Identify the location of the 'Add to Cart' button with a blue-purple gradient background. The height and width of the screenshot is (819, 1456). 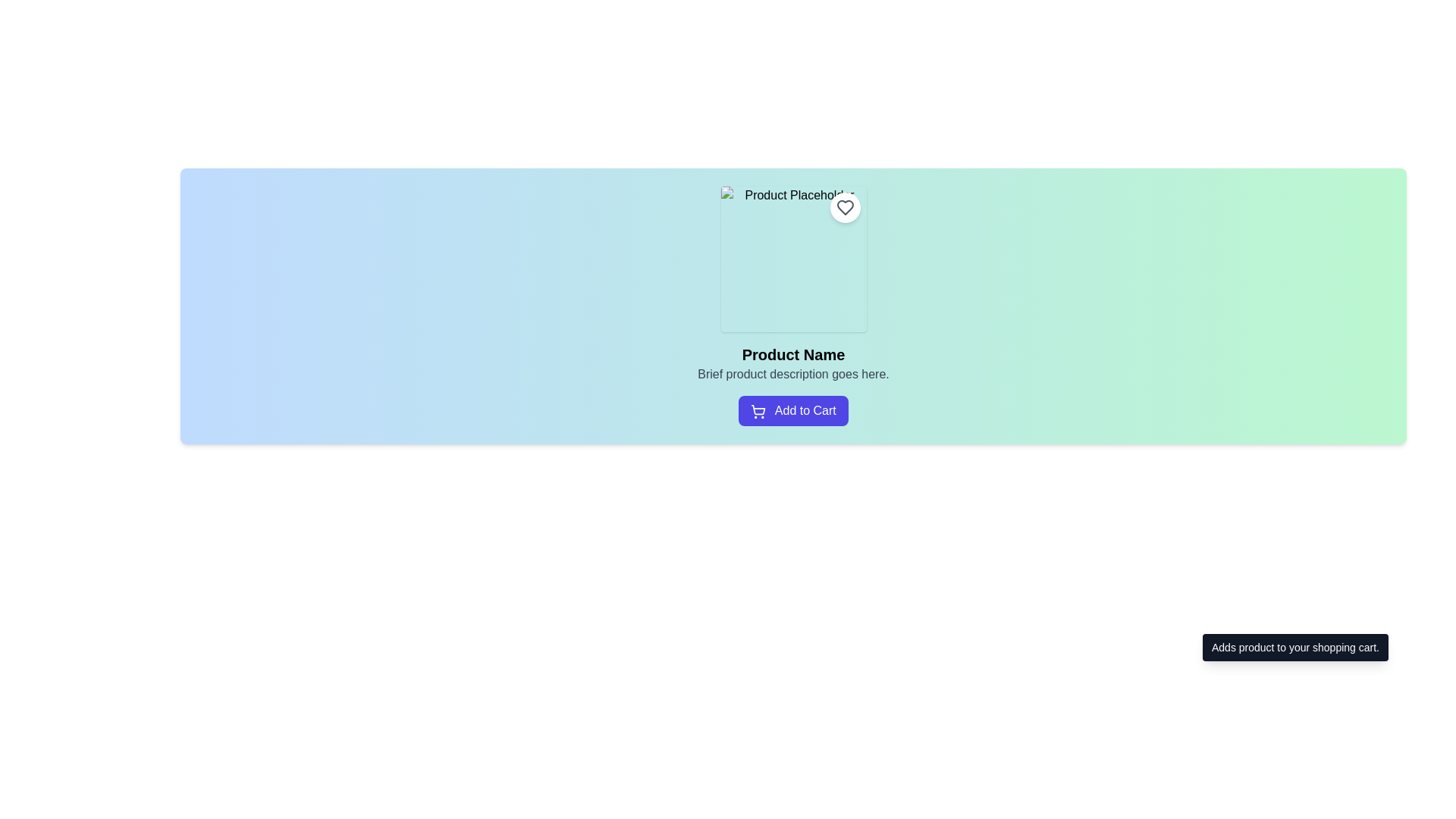
(792, 411).